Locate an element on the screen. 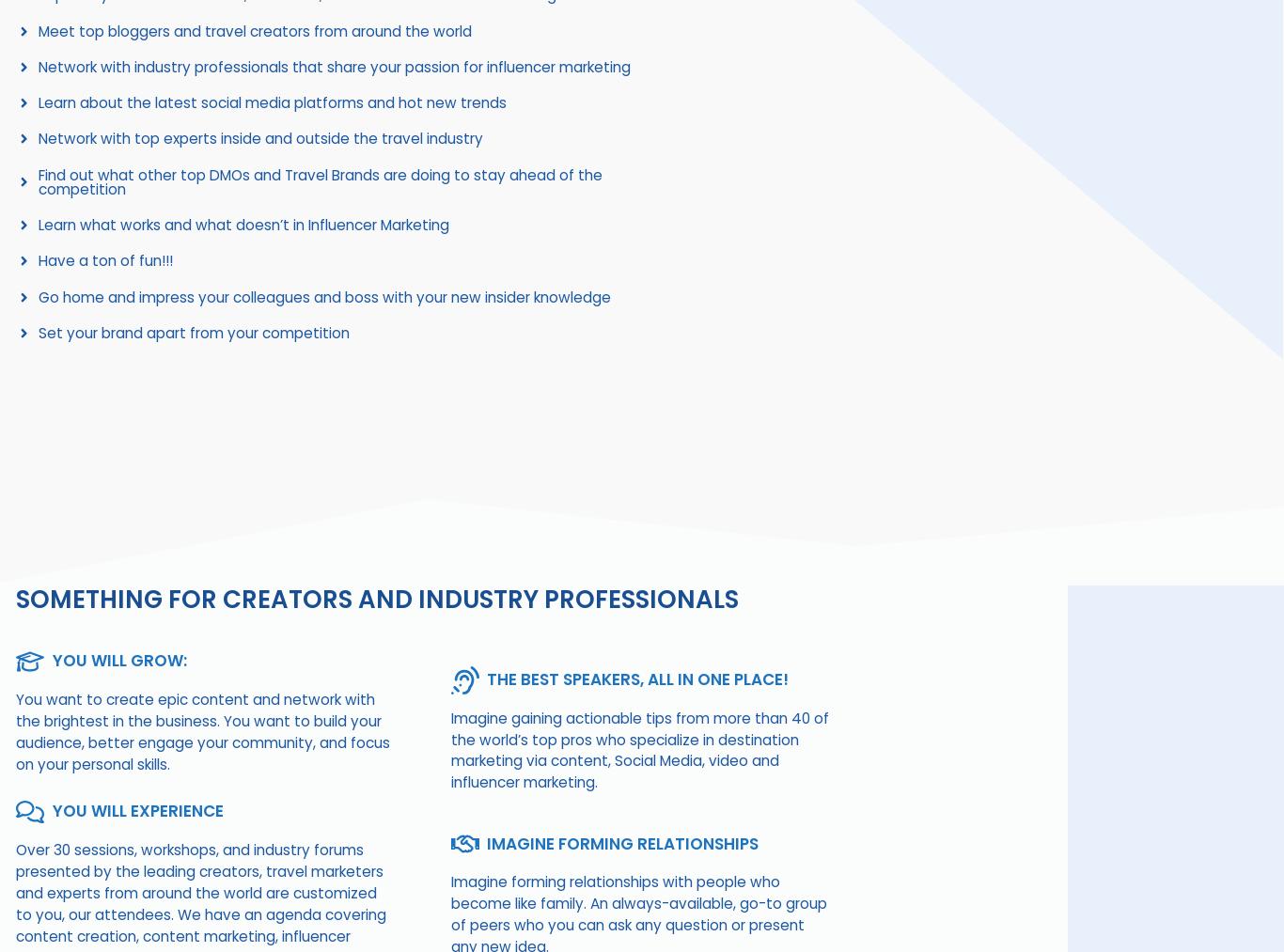 Image resolution: width=1284 pixels, height=952 pixels. 'Network with top experts inside and outside the travel industry' is located at coordinates (259, 138).